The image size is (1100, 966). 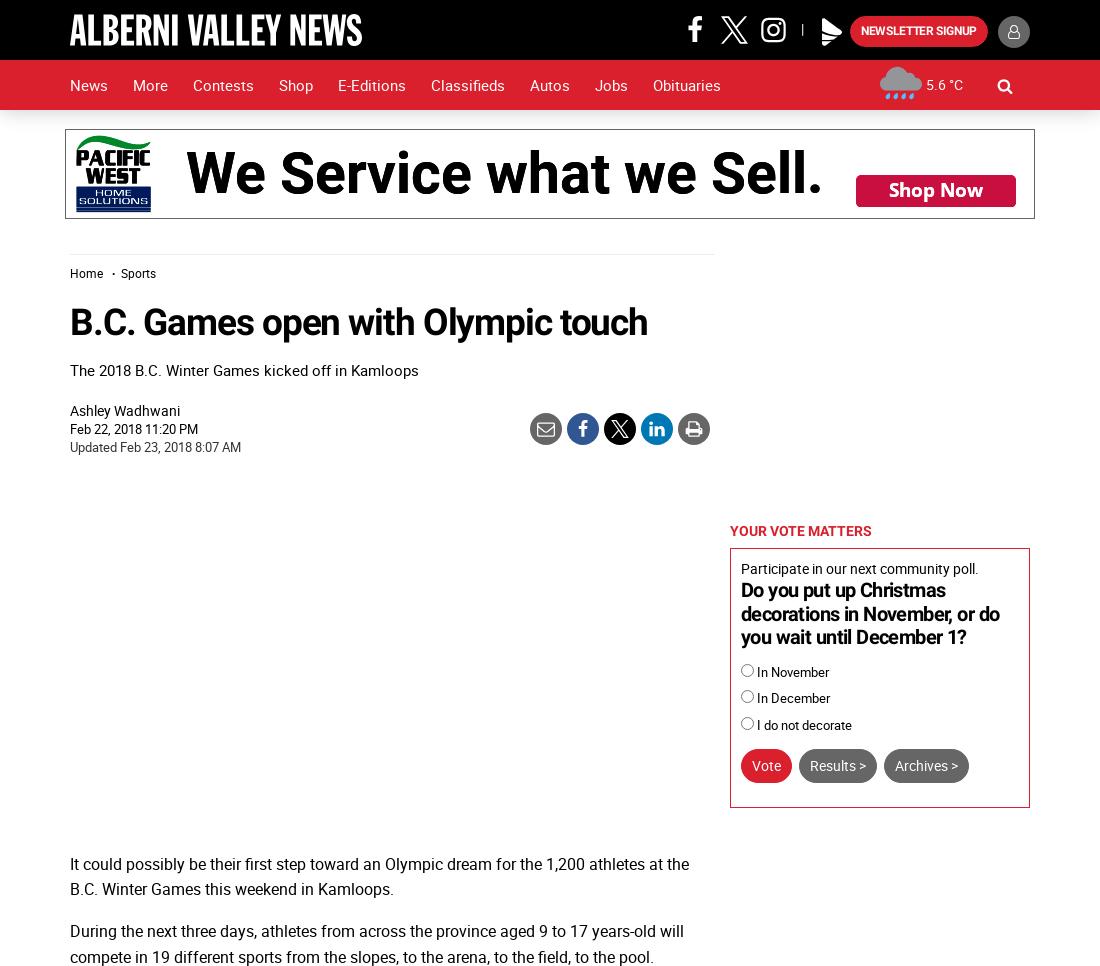 I want to click on 'Autos', so click(x=550, y=84).